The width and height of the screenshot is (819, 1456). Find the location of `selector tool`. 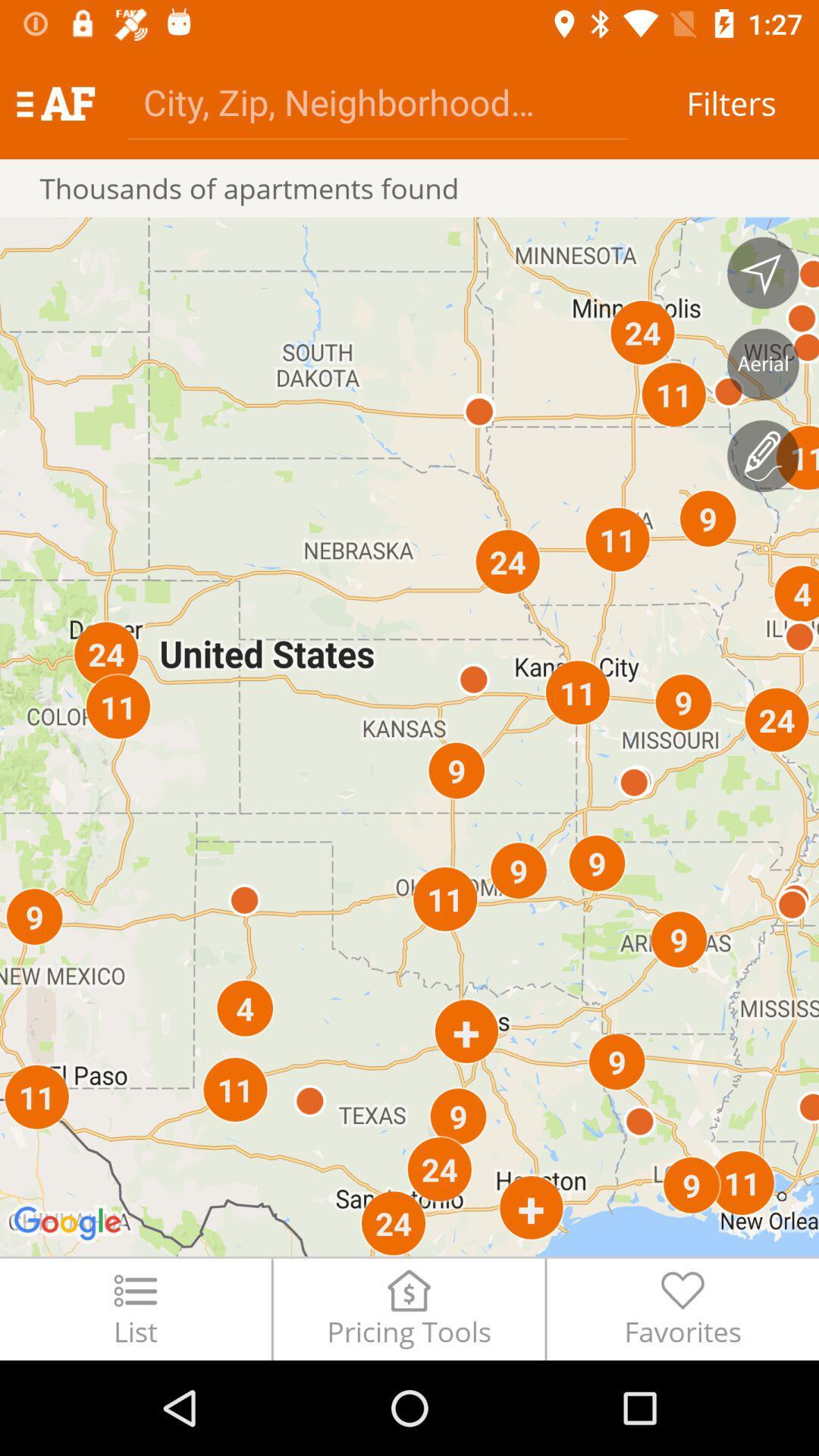

selector tool is located at coordinates (763, 273).